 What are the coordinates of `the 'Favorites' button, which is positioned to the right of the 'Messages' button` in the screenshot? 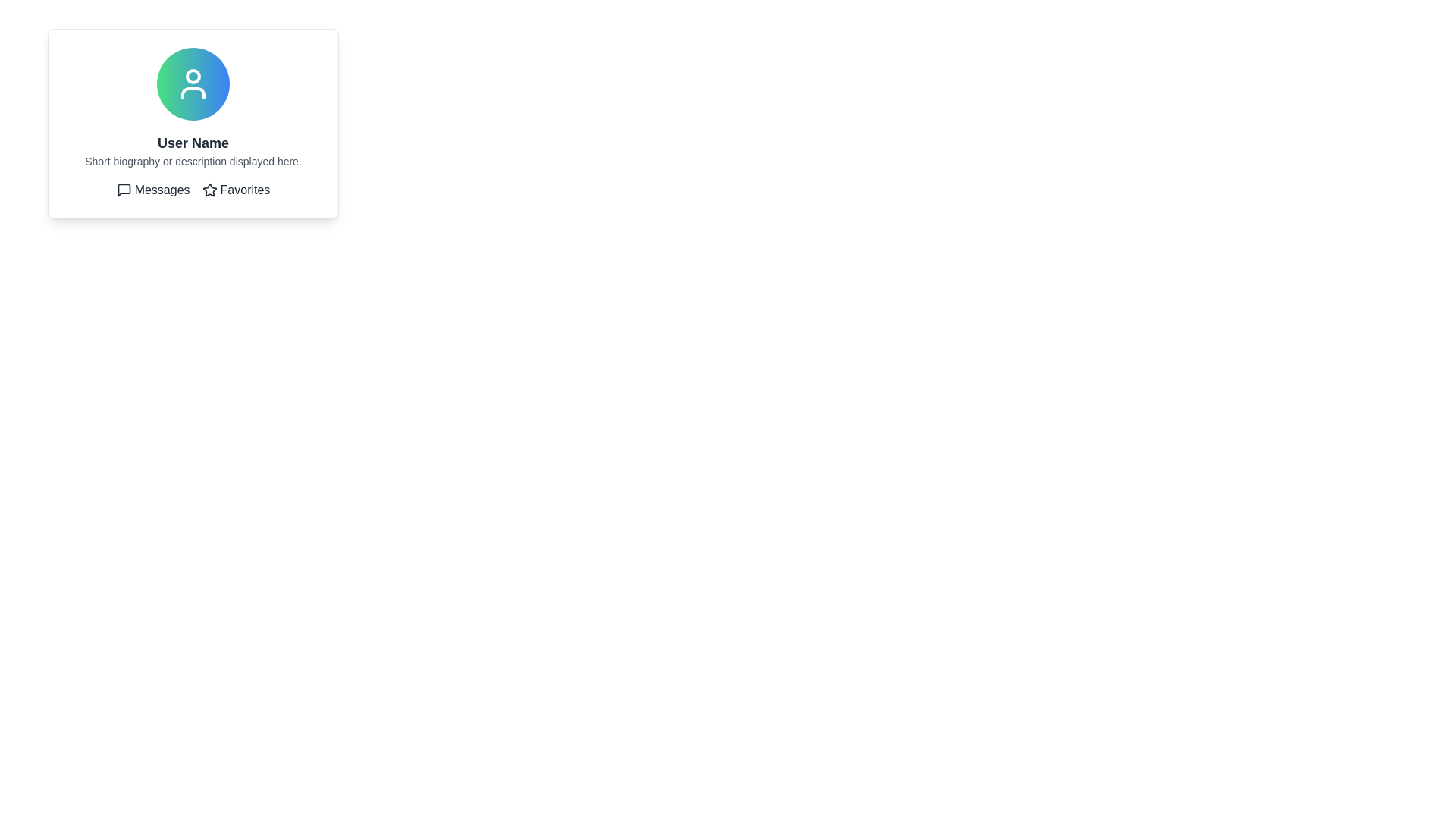 It's located at (235, 189).